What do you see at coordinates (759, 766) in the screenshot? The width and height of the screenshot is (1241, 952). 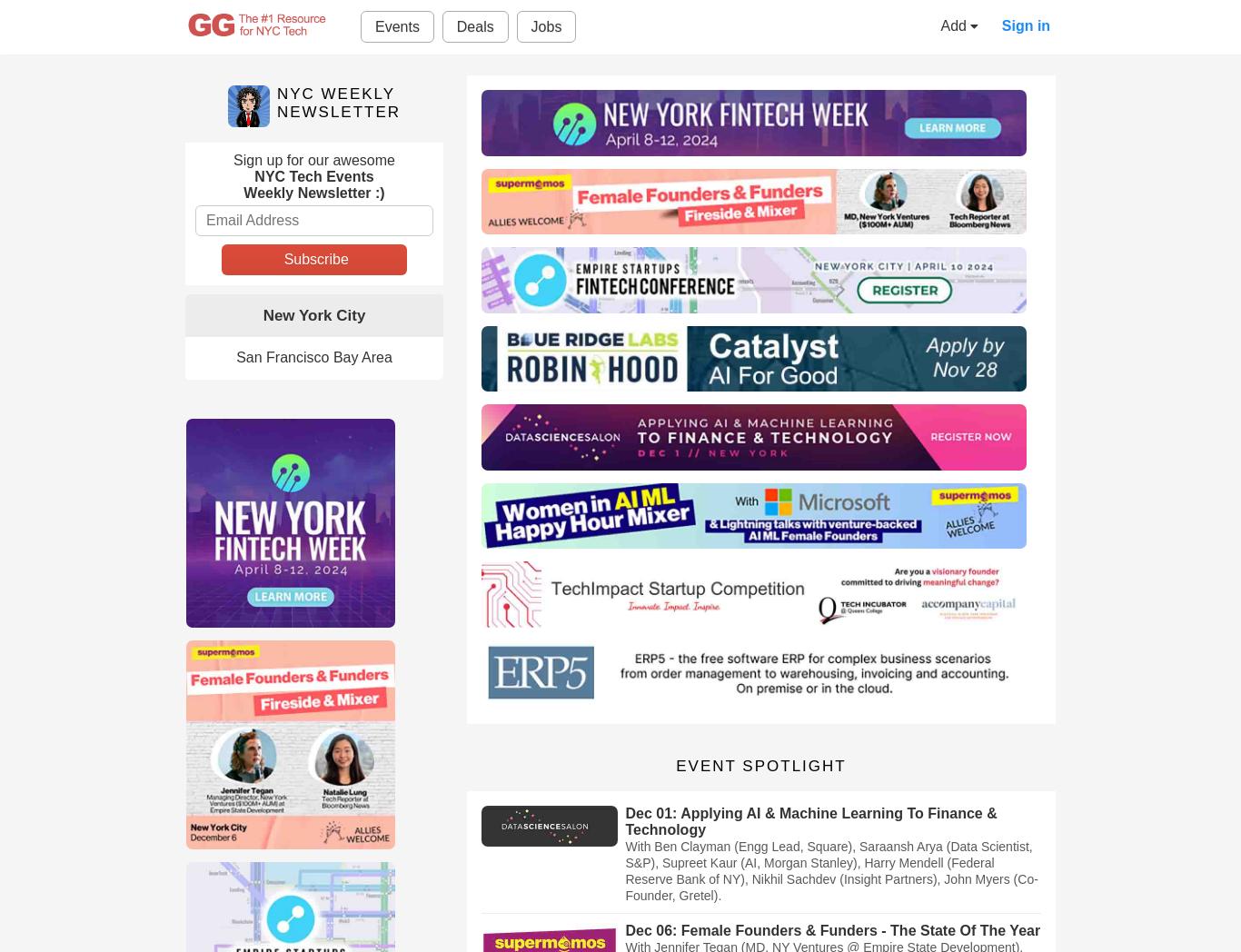 I see `'EVENT SPOTLIGHT'` at bounding box center [759, 766].